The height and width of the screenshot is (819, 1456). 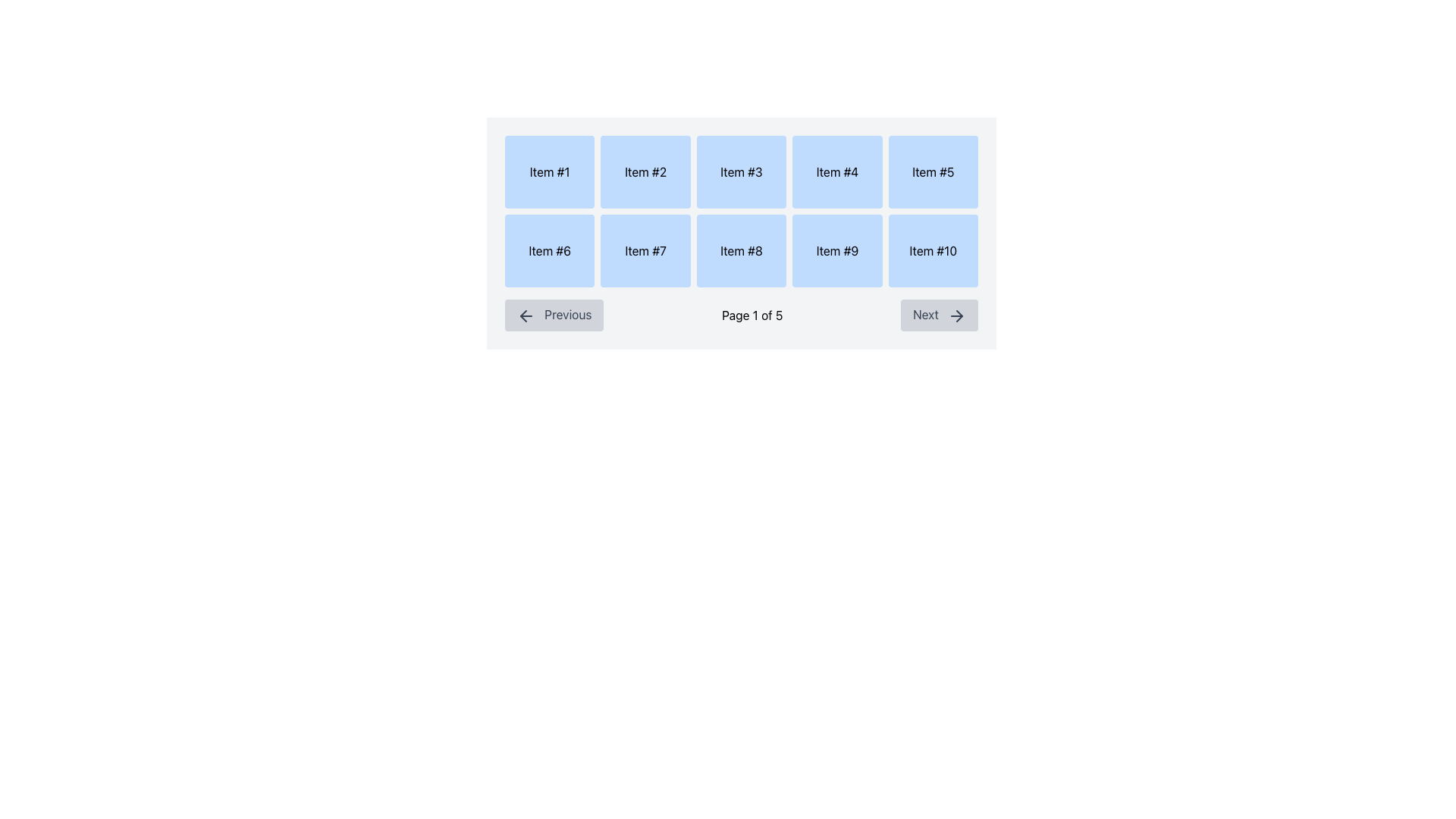 What do you see at coordinates (932, 250) in the screenshot?
I see `the 'Item #10' entry in the grid layout` at bounding box center [932, 250].